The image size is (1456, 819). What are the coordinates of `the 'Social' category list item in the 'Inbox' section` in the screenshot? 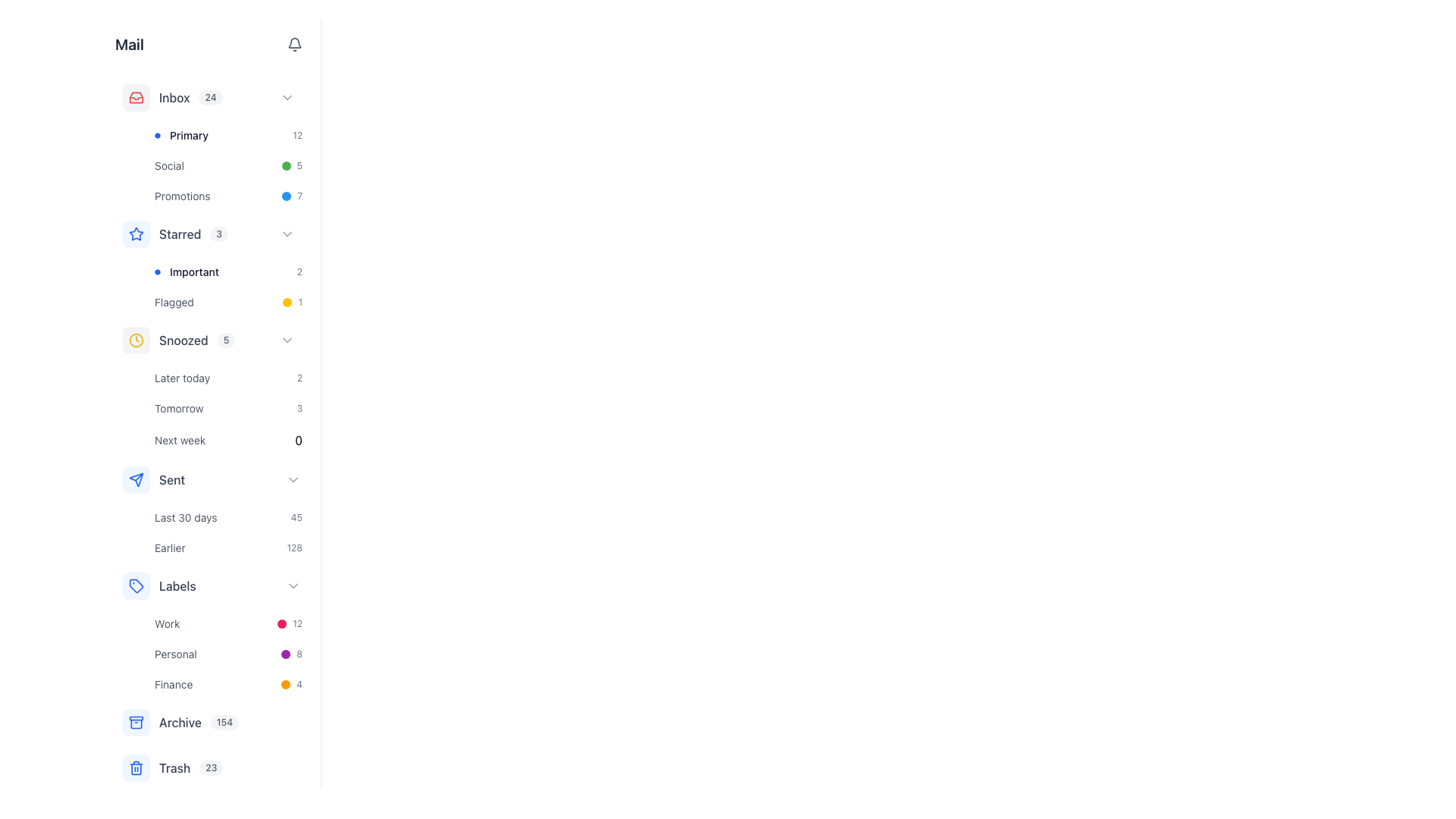 It's located at (227, 166).